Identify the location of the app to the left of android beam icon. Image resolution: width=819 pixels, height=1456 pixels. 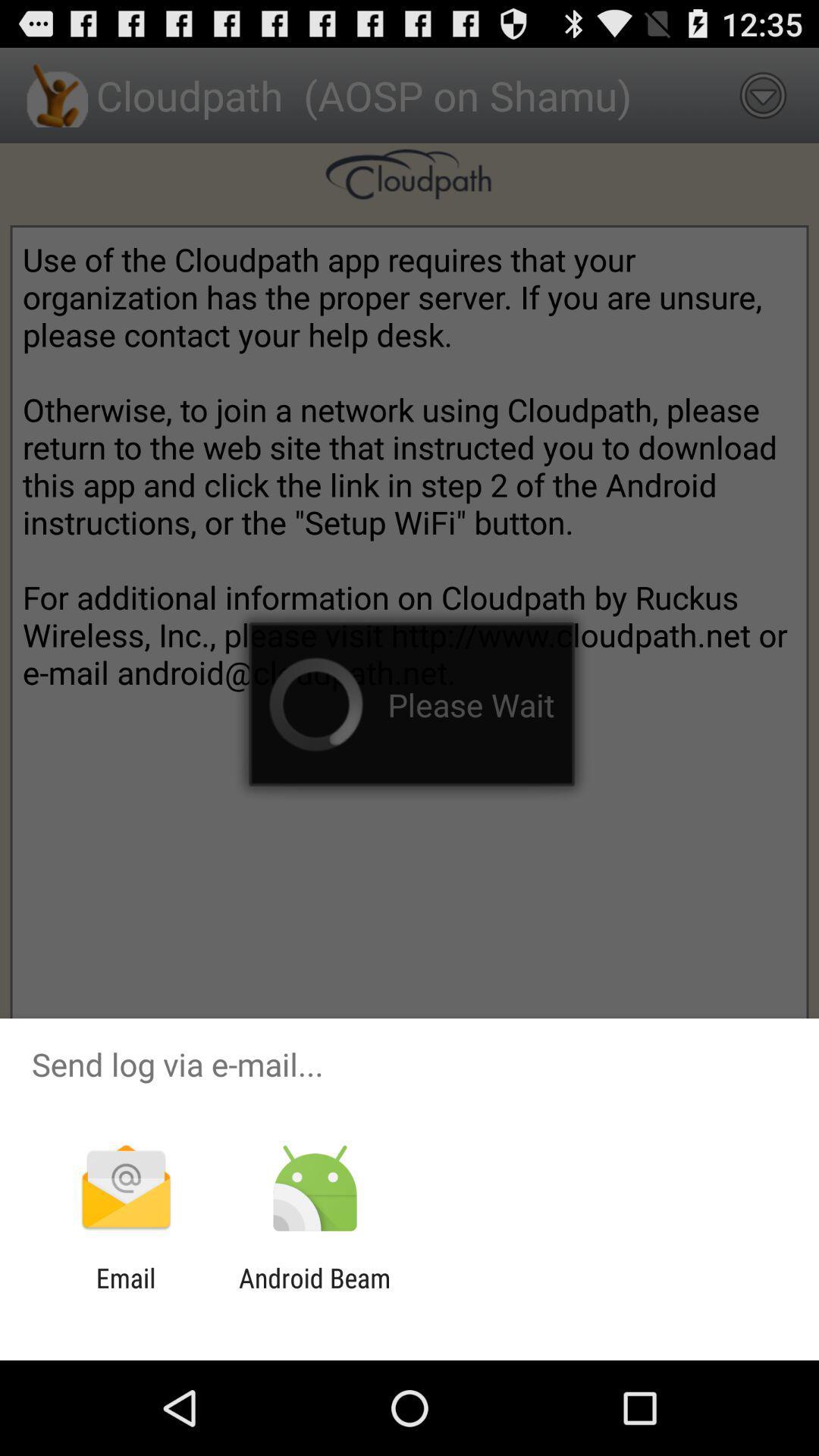
(125, 1293).